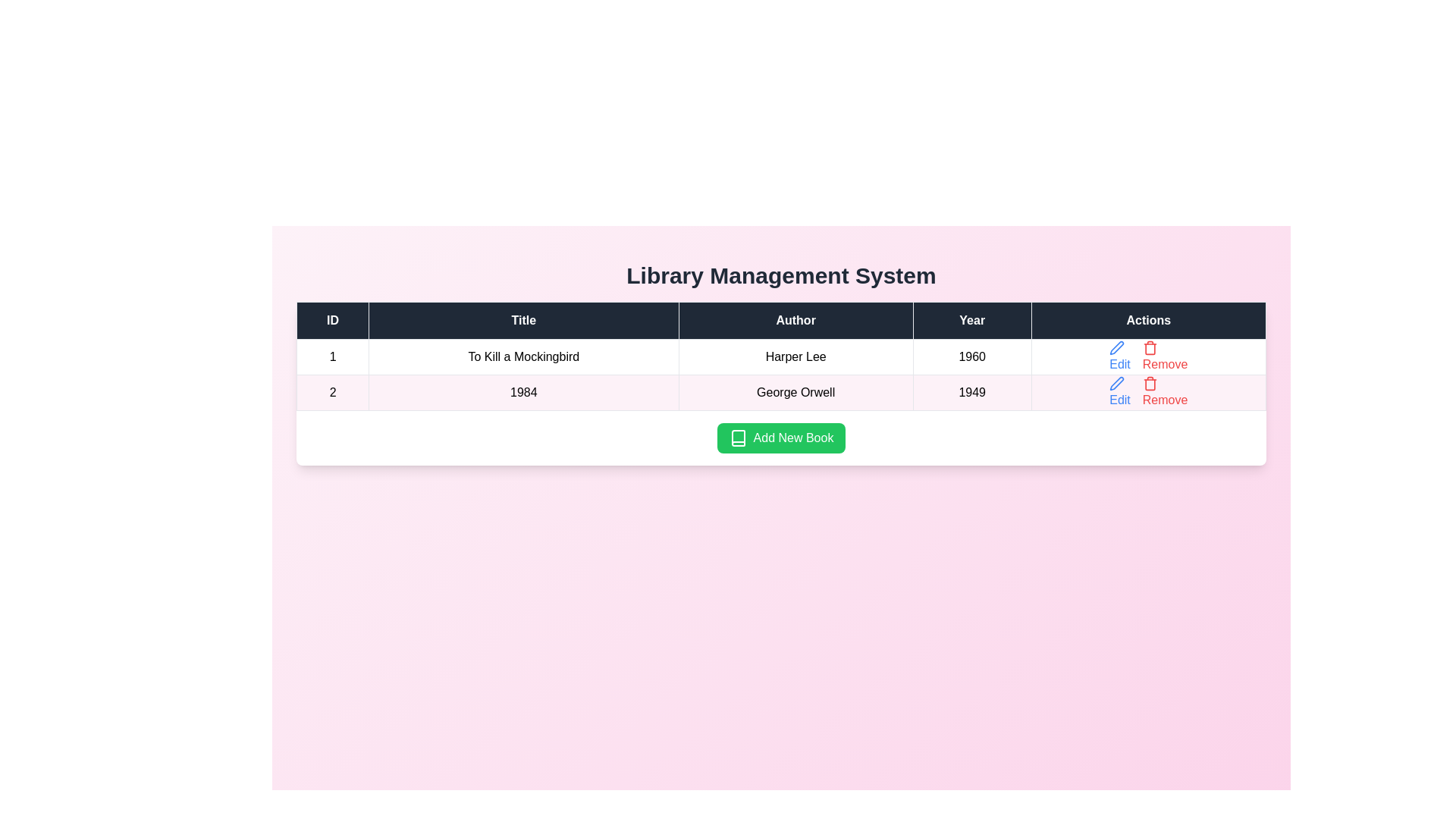 The height and width of the screenshot is (819, 1456). What do you see at coordinates (332, 391) in the screenshot?
I see `the static text displaying the numeral '2', which is bold and centered on a light pink background in the first cell of the second row under the 'ID' column in a book information table` at bounding box center [332, 391].